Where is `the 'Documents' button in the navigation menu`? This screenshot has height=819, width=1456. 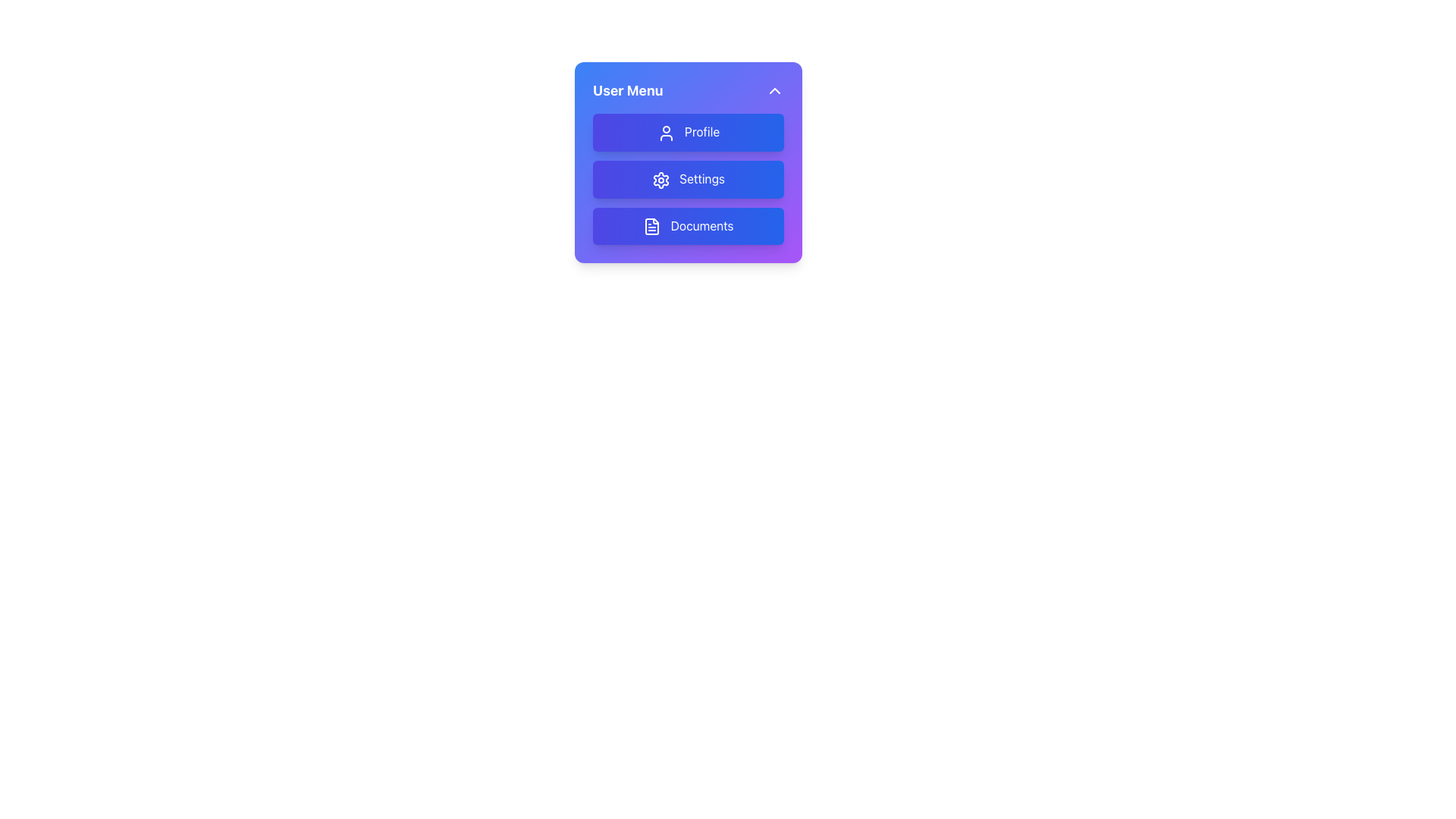
the 'Documents' button in the navigation menu is located at coordinates (687, 225).